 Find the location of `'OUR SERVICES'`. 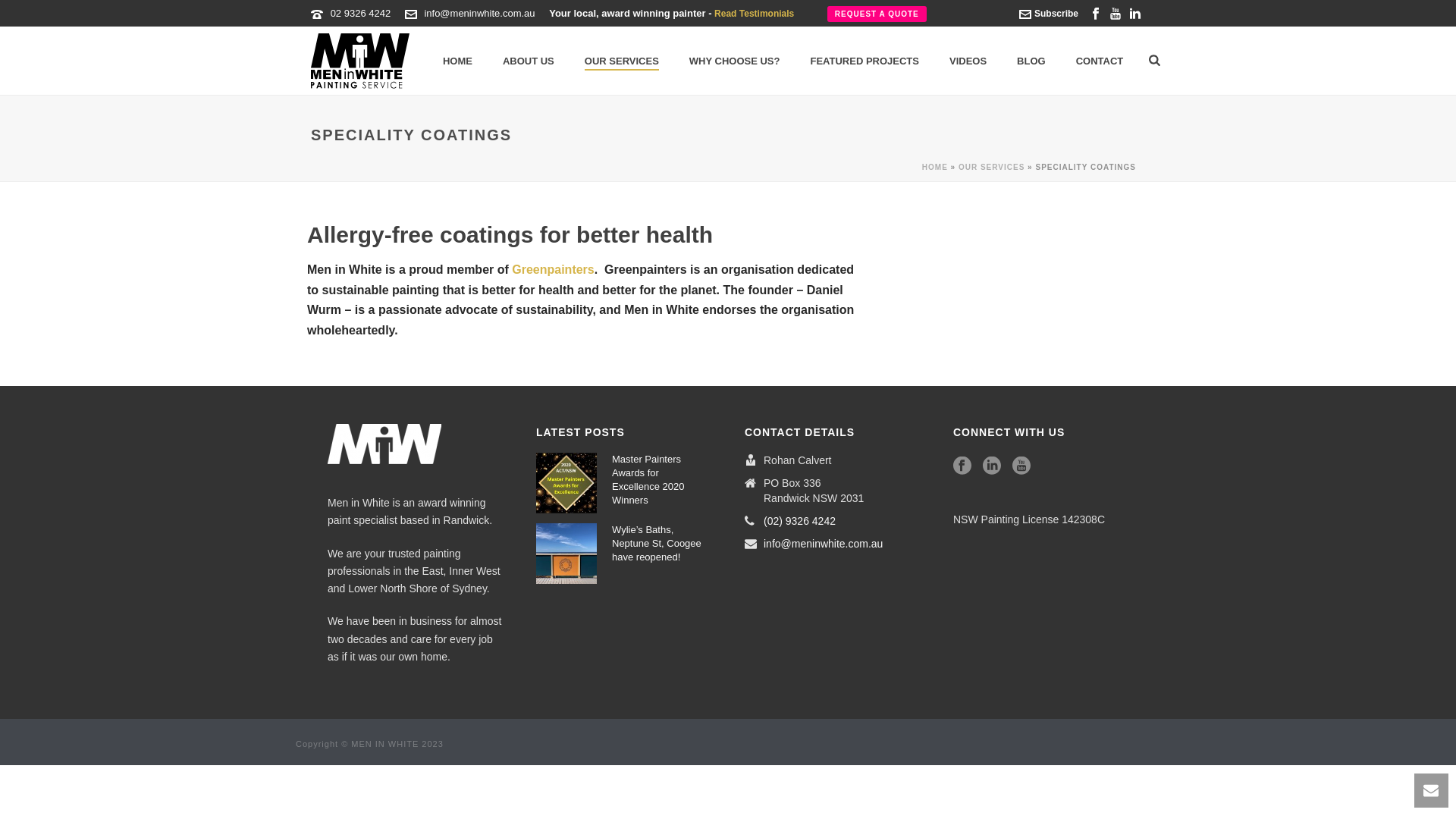

'OUR SERVICES' is located at coordinates (957, 167).